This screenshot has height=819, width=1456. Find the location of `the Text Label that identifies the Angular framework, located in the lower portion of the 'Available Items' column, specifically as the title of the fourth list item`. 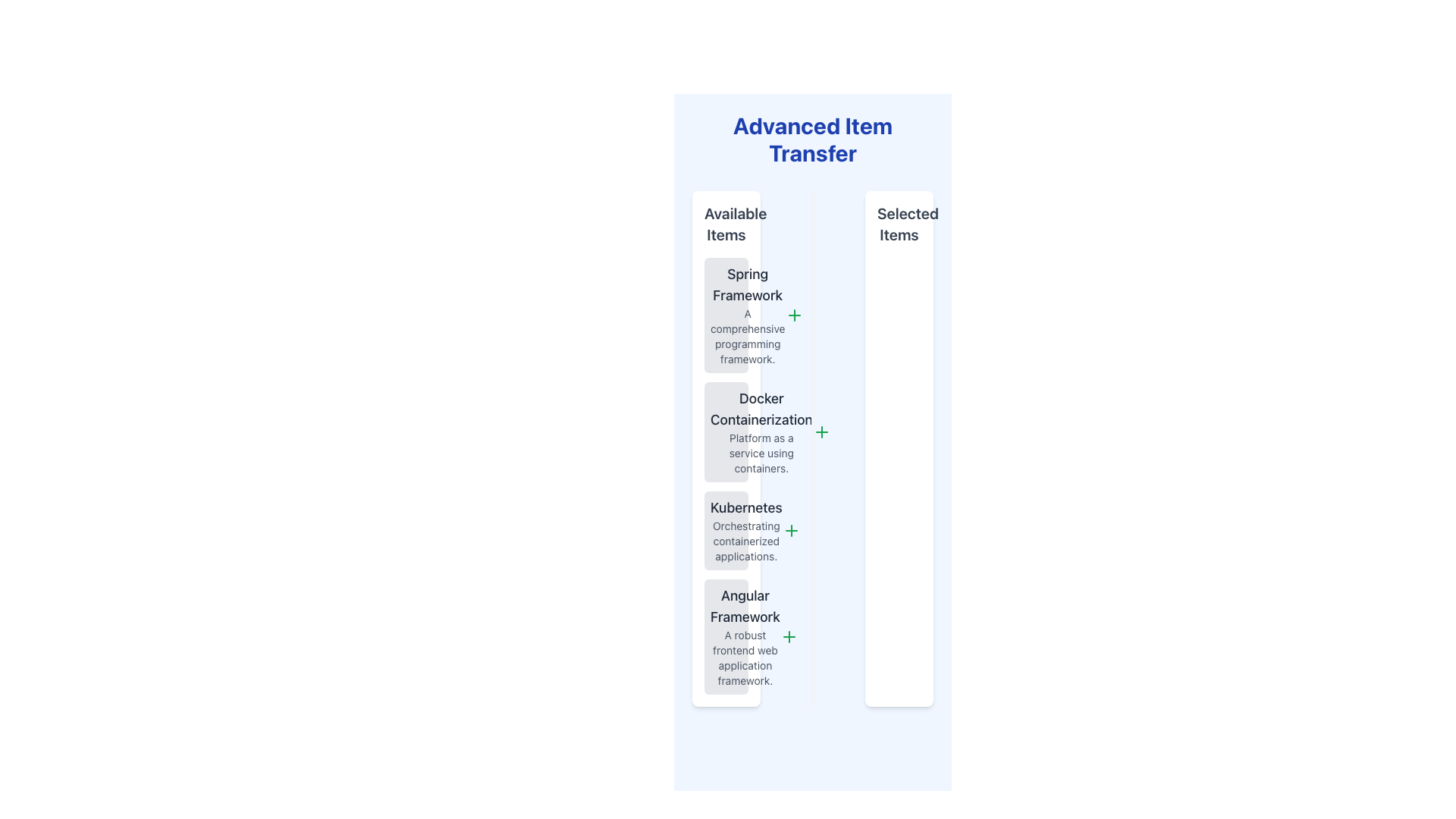

the Text Label that identifies the Angular framework, located in the lower portion of the 'Available Items' column, specifically as the title of the fourth list item is located at coordinates (745, 605).